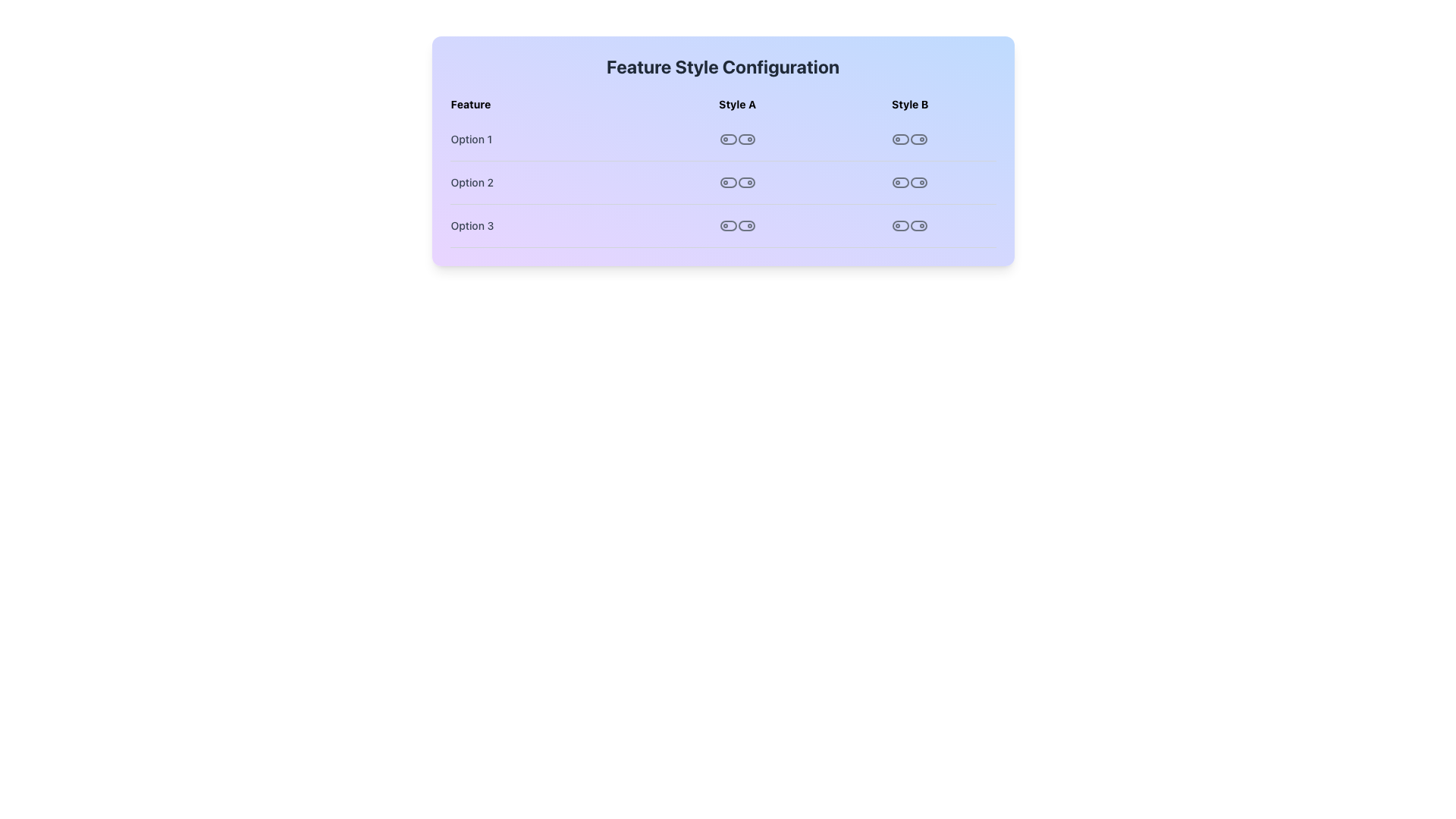 The image size is (1456, 819). What do you see at coordinates (722, 104) in the screenshot?
I see `the header element labeled 'Style A' which categorizes the rows in the table beneath it` at bounding box center [722, 104].